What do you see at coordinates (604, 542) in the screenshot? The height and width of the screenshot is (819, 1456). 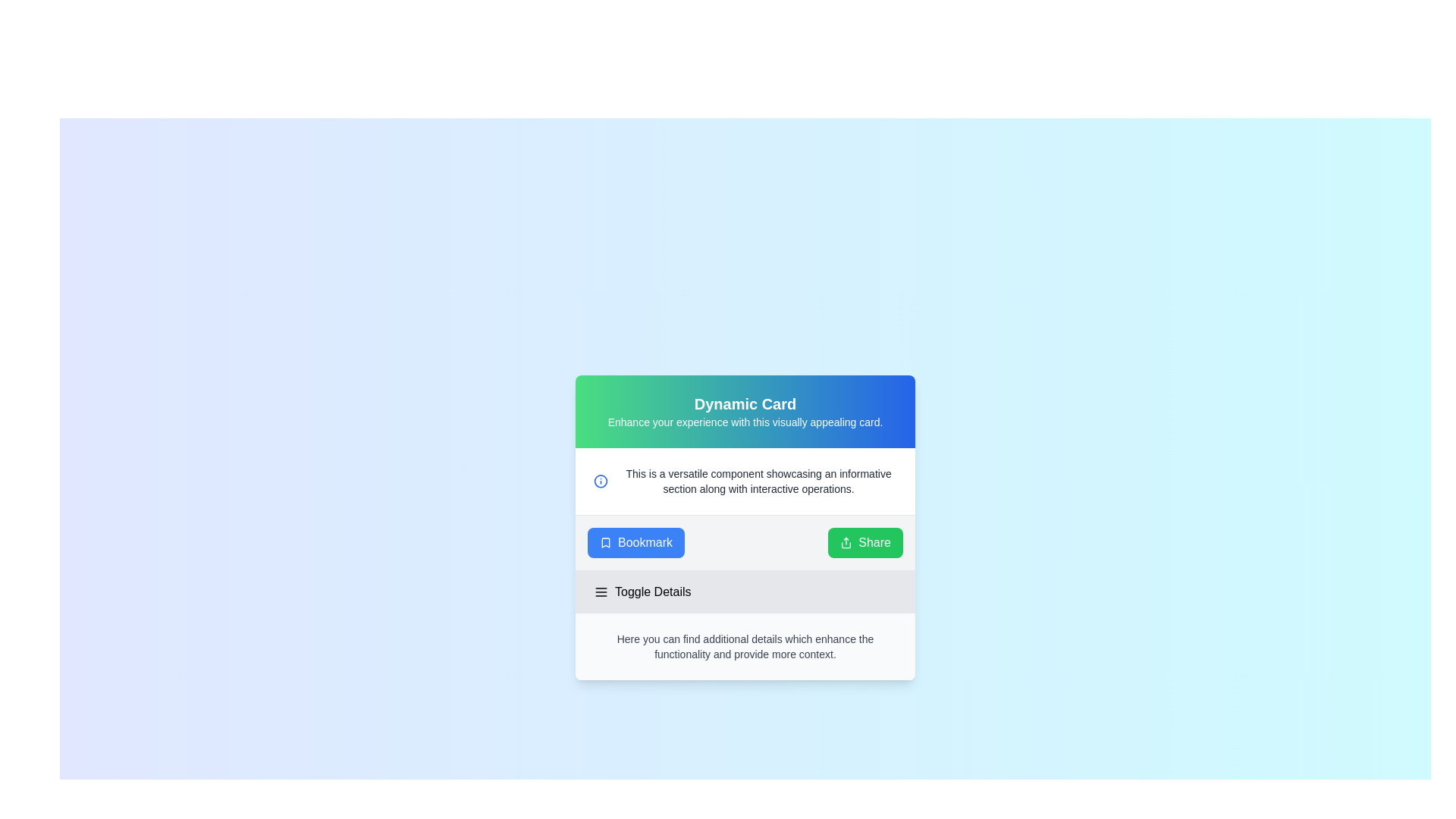 I see `the SVG-based bookmark icon element visually representing the Bookmark functionality adjacent to the 'Bookmark' button label` at bounding box center [604, 542].